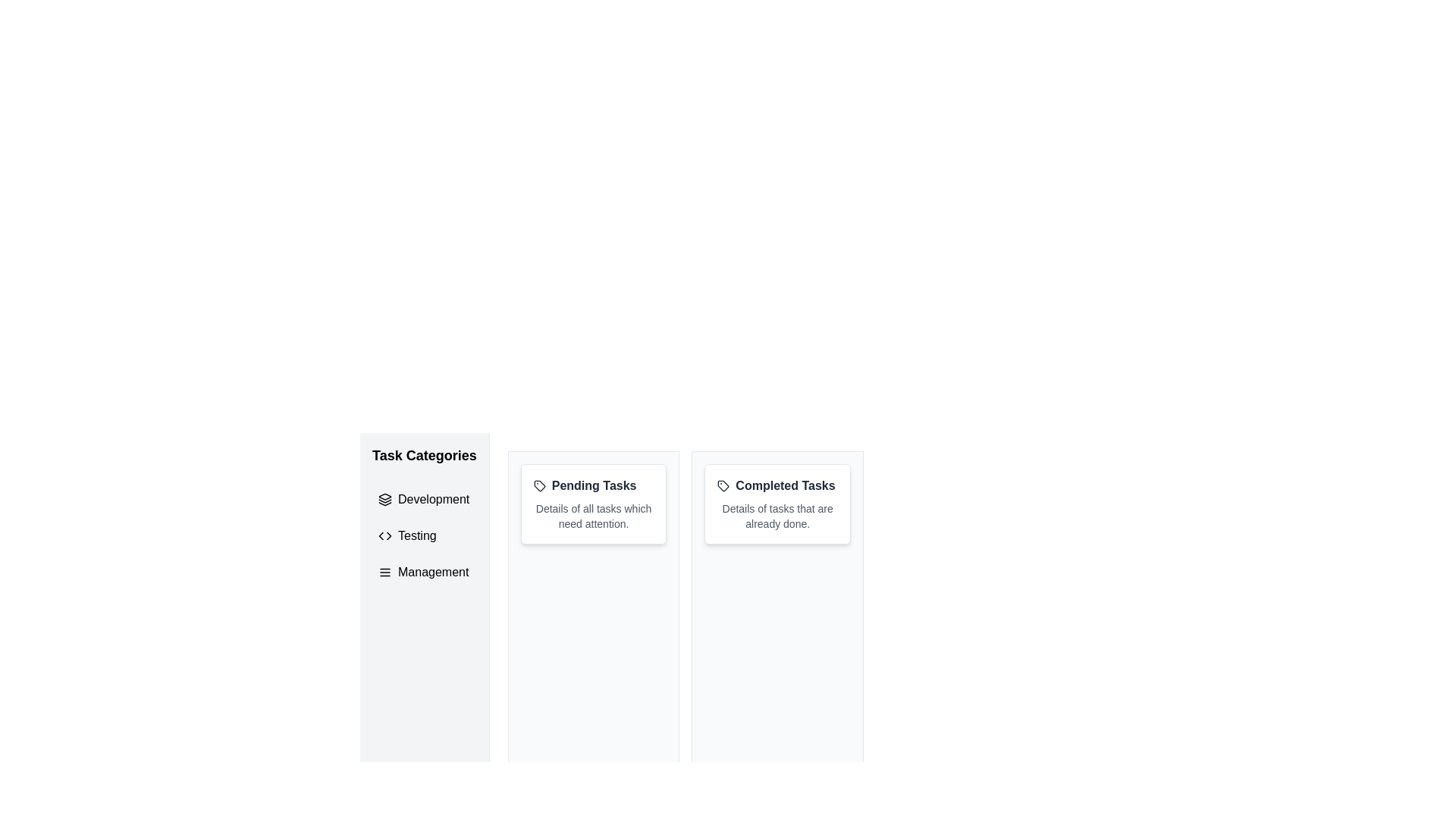 Image resolution: width=1456 pixels, height=819 pixels. I want to click on the right-pointing arrowhead SVG icon located within the 'Testing' entry of the 'Task Categories' sidebar, which signifies coding tasks, so click(389, 535).